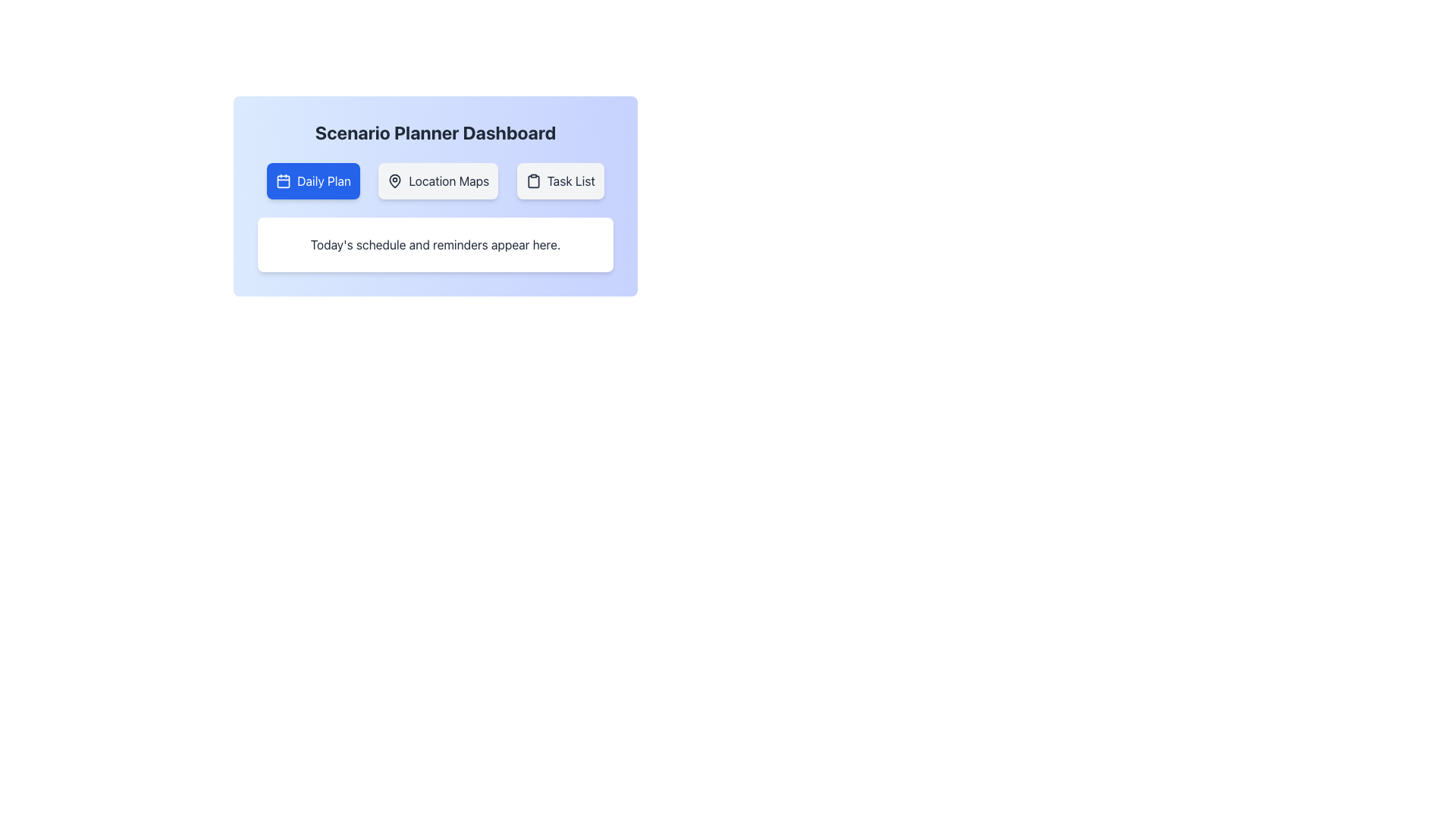 The width and height of the screenshot is (1456, 819). Describe the element at coordinates (395, 180) in the screenshot. I see `the pin icon, which is a minimalistic SVG graphic with a dark stroke outline, located within the 'Location Maps' button on the dashboard` at that location.